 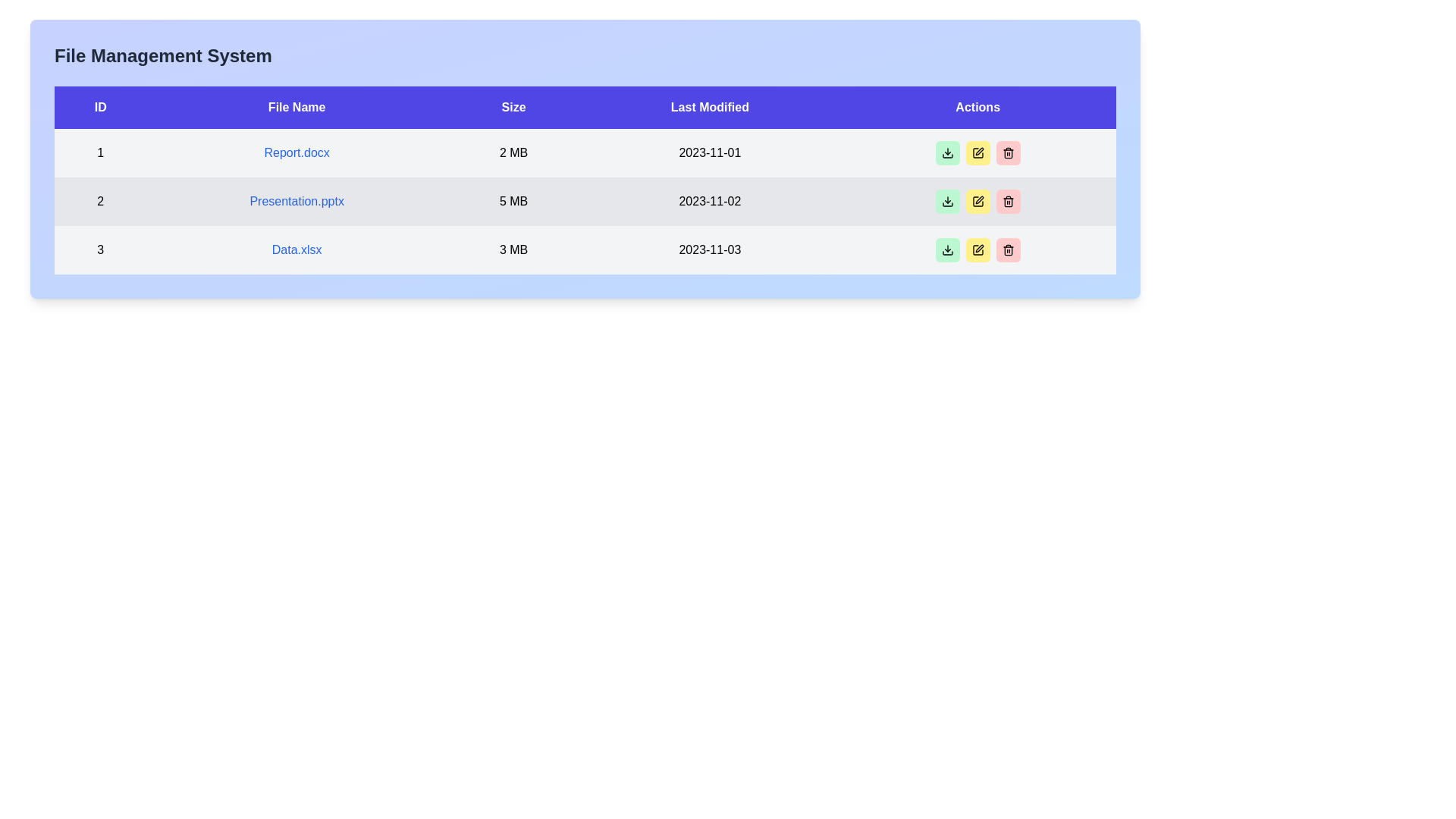 What do you see at coordinates (977, 152) in the screenshot?
I see `the edit icon with a yellow background in the 'Actions' column for the file 'Presentation.pptx'` at bounding box center [977, 152].